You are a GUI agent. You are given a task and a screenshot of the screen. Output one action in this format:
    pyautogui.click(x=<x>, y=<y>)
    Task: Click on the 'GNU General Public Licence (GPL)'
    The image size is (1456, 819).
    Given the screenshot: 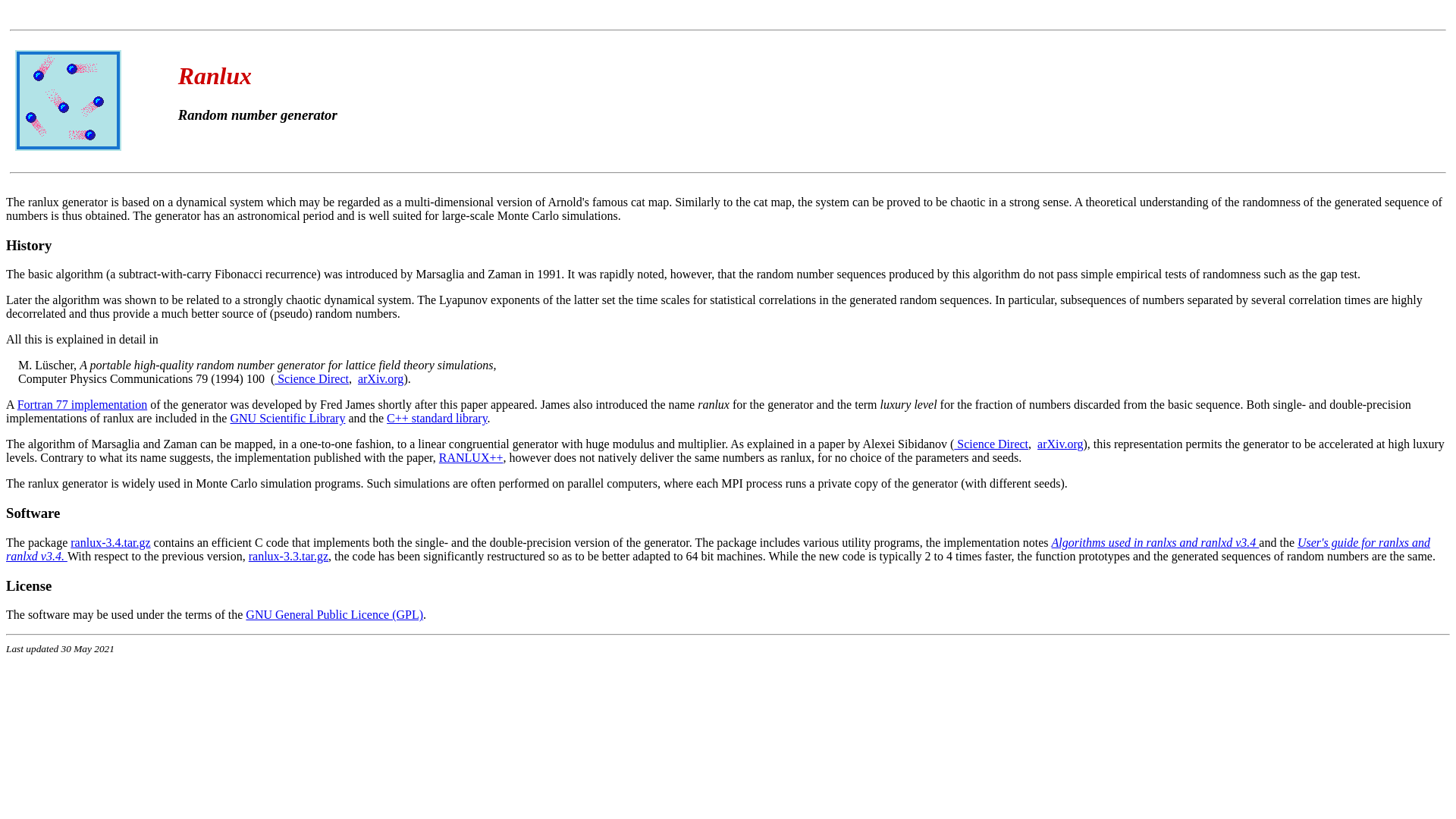 What is the action you would take?
    pyautogui.click(x=334, y=614)
    